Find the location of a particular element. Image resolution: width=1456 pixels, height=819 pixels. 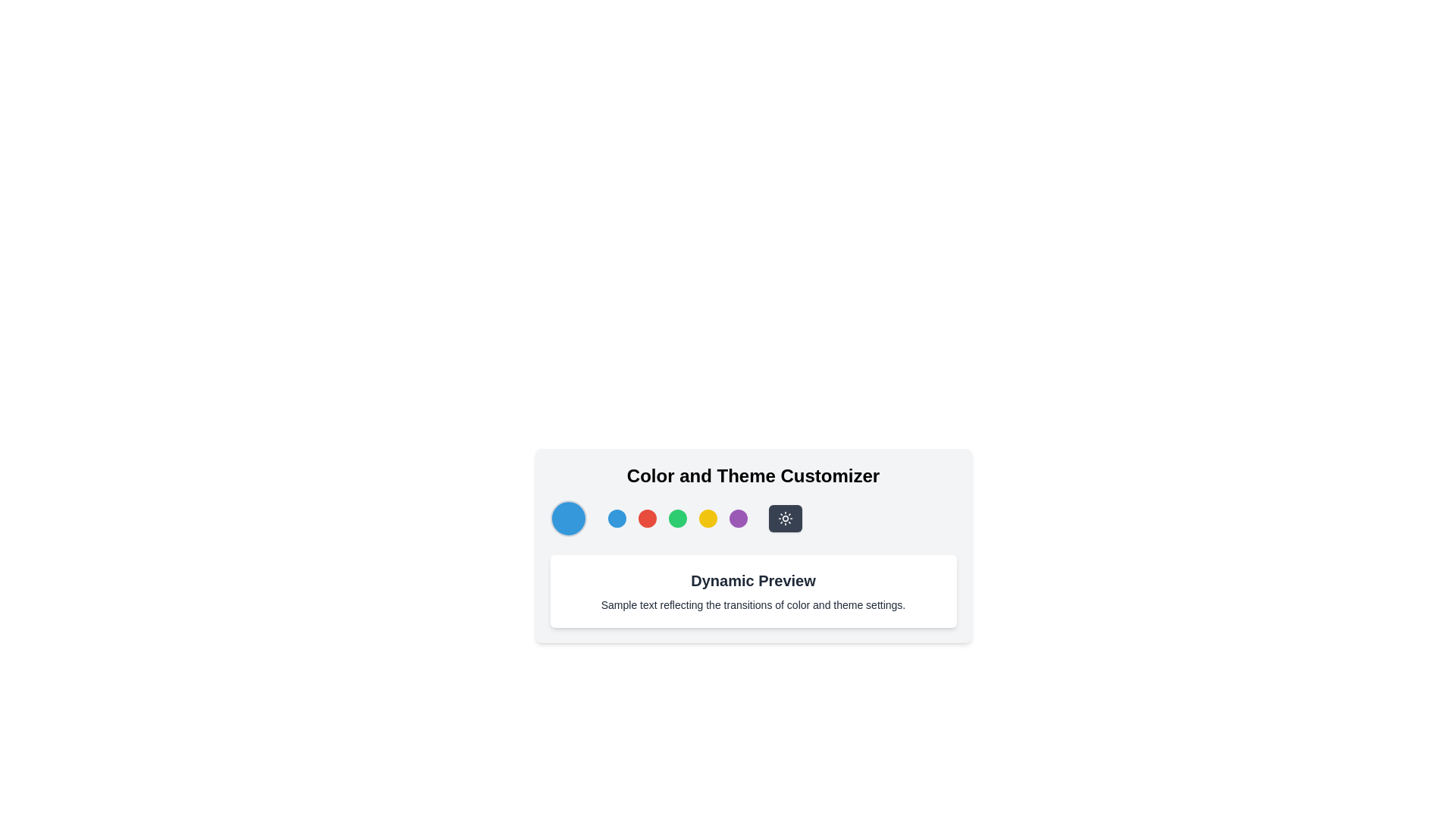

the fourth circular button with a bright yellow background in the toolbar is located at coordinates (707, 517).